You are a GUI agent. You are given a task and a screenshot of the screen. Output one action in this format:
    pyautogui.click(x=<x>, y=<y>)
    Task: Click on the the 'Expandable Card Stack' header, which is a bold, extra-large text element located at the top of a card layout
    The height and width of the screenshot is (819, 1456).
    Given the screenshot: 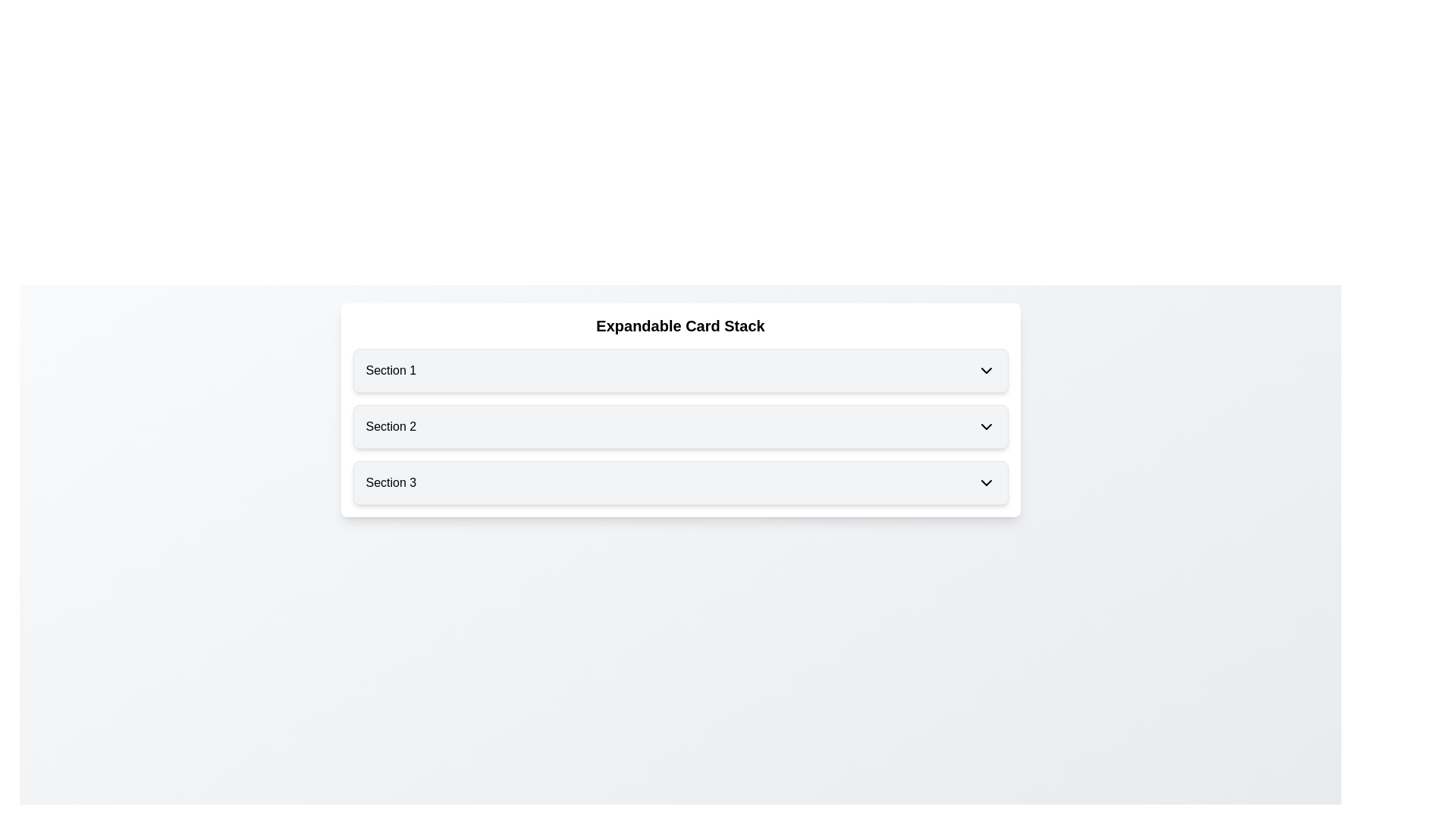 What is the action you would take?
    pyautogui.click(x=679, y=325)
    